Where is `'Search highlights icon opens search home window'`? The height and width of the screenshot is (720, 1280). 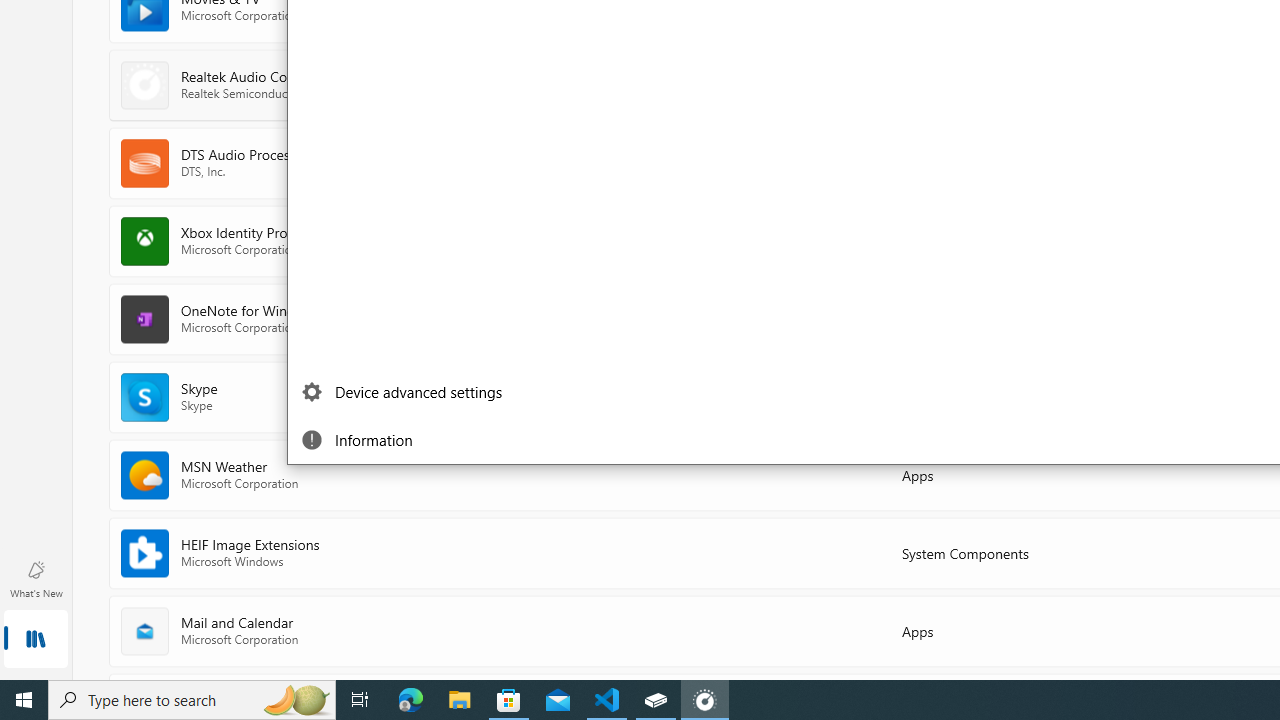 'Search highlights icon opens search home window' is located at coordinates (294, 698).